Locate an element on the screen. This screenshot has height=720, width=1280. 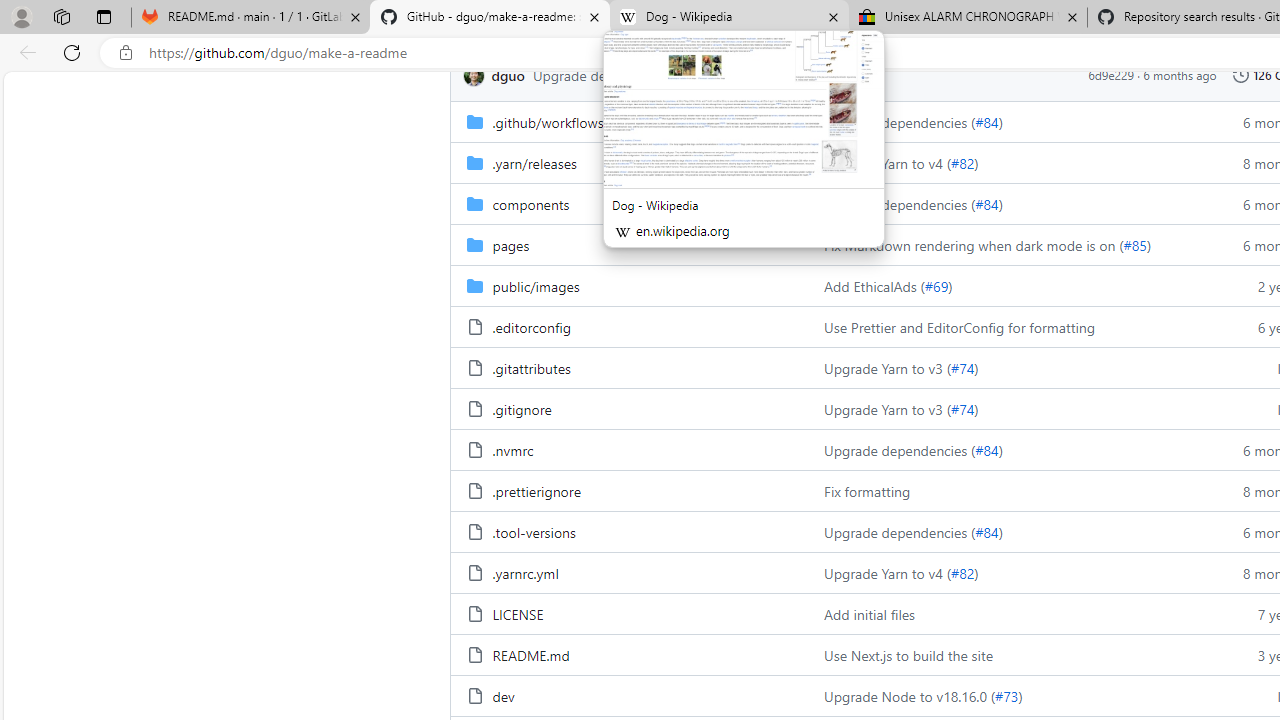
'.prettierignore, (File)' is located at coordinates (536, 491).